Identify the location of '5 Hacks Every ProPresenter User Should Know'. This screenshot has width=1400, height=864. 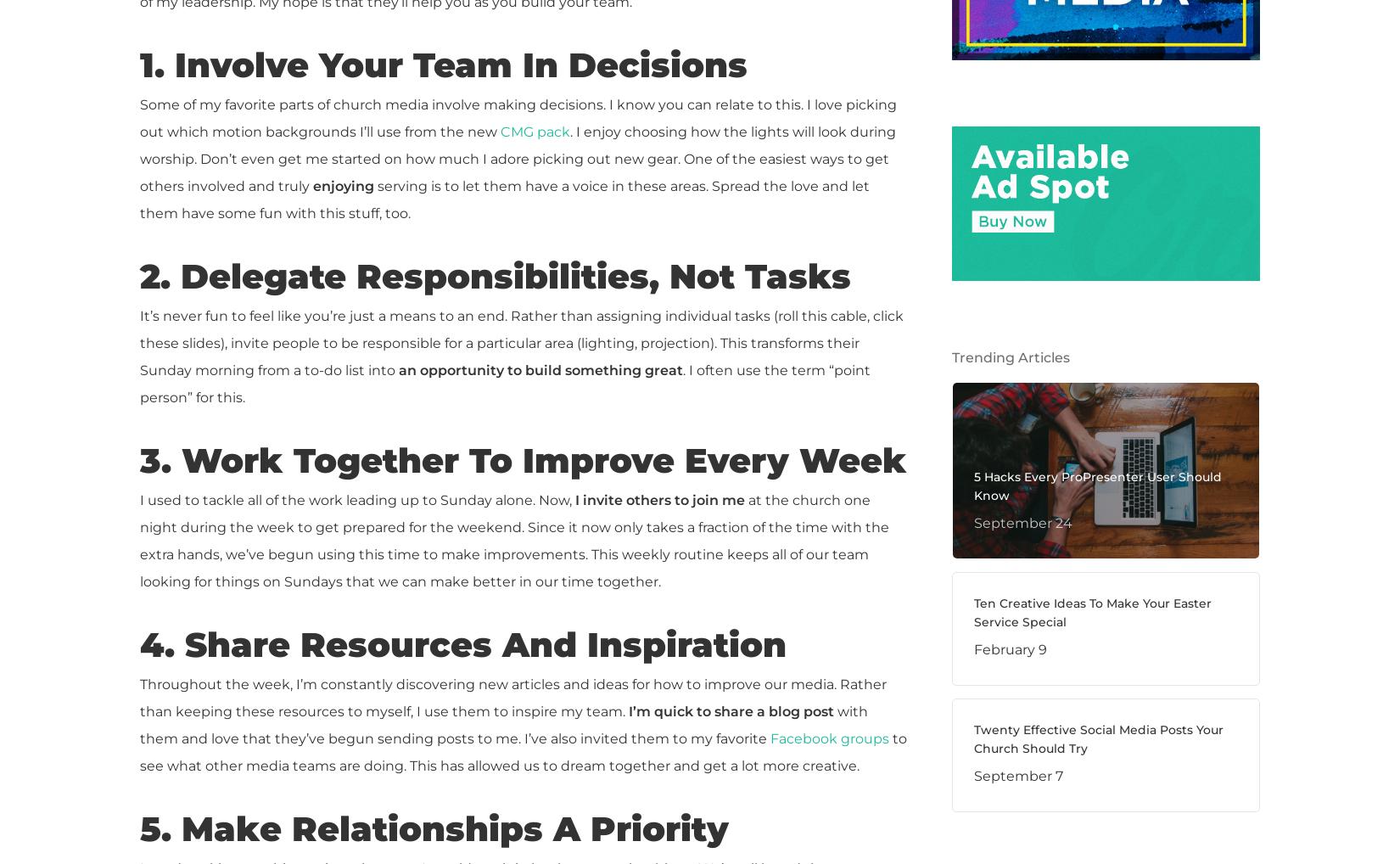
(1095, 485).